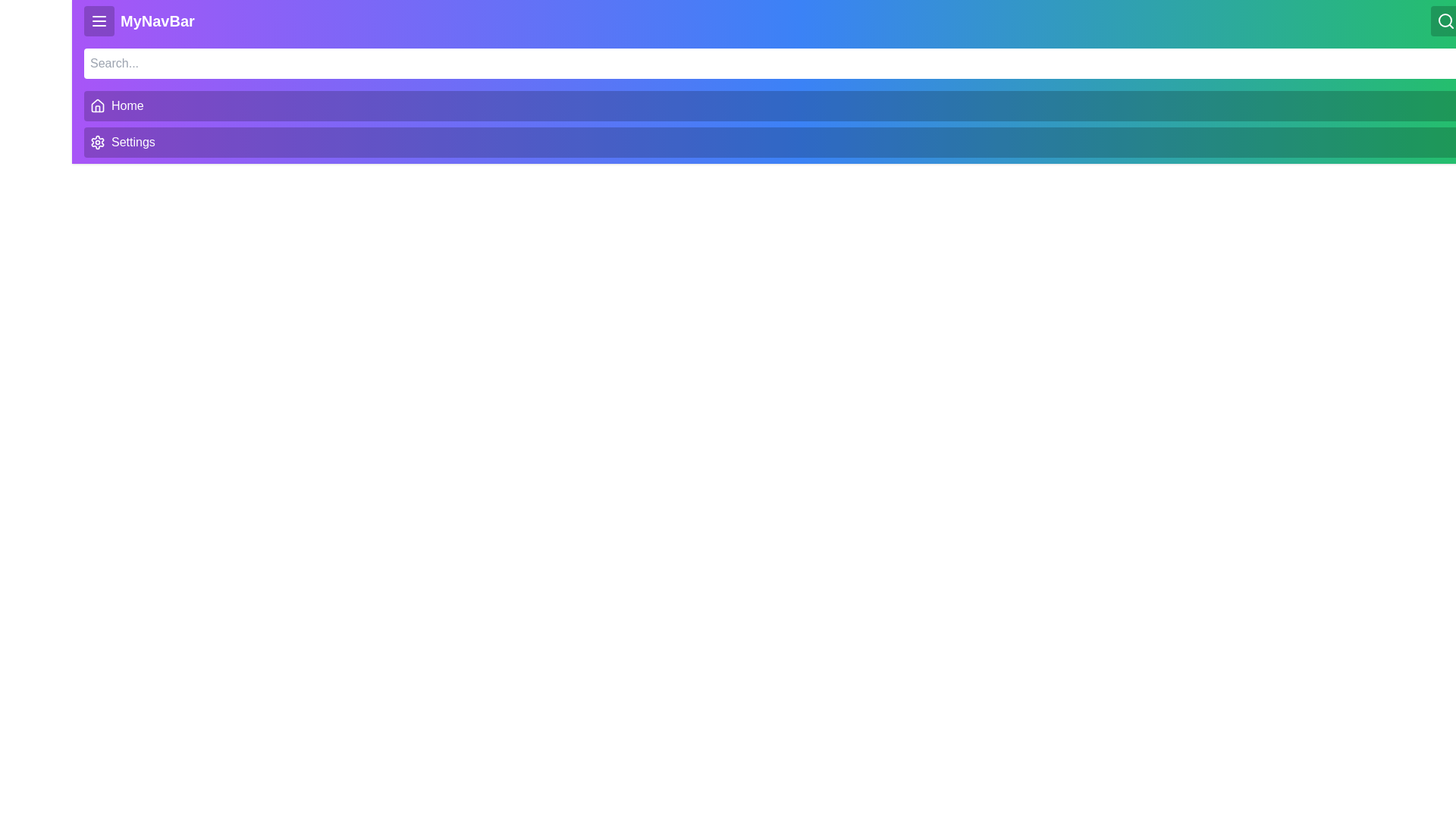 The height and width of the screenshot is (819, 1456). Describe the element at coordinates (97, 143) in the screenshot. I see `the settings icon resembling a cogwheel with a central circle, located in the sidebar menu below the 'Home' item` at that location.